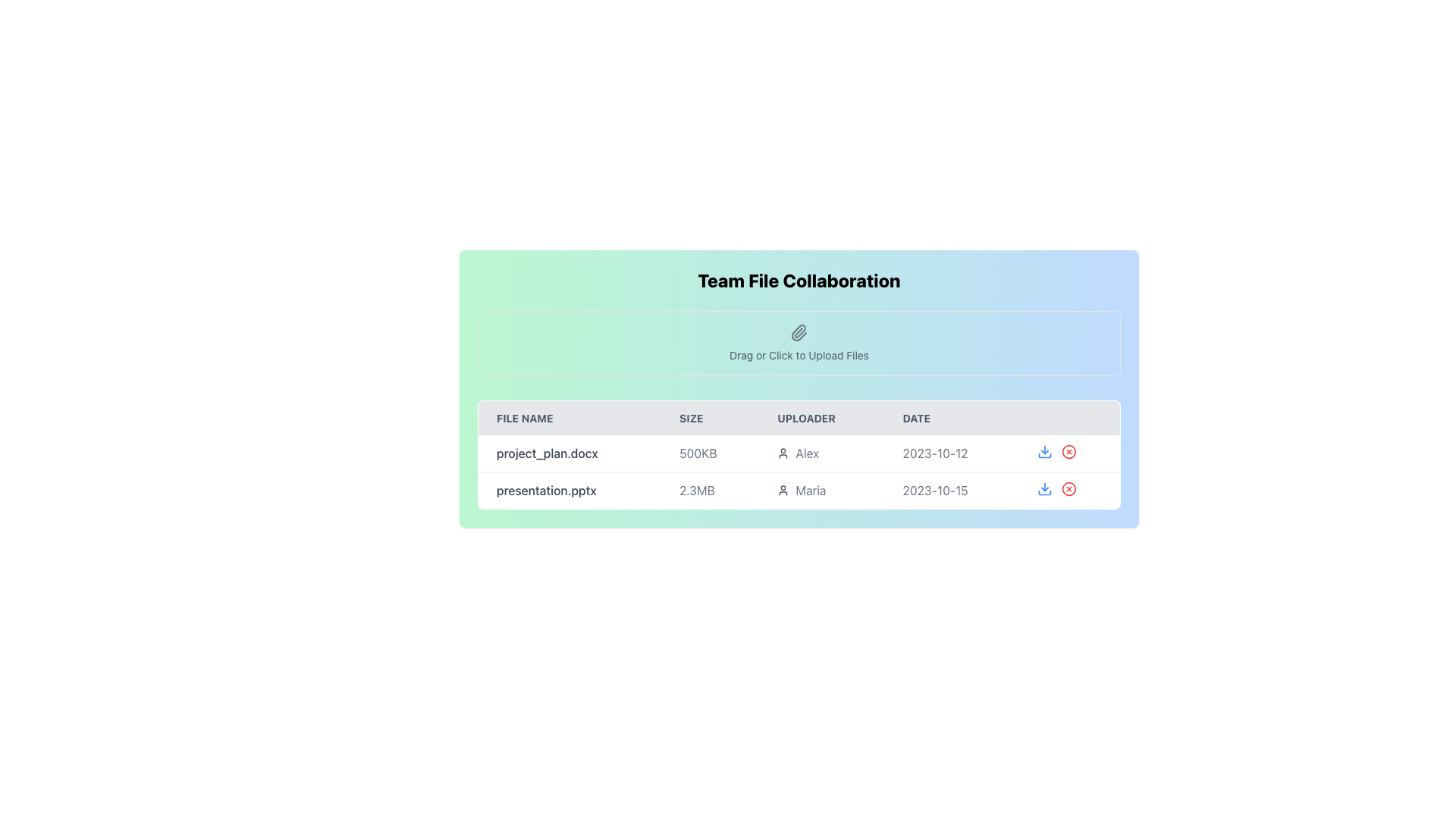  Describe the element at coordinates (951, 453) in the screenshot. I see `displayed date from the Text label in the fourth column of the first row of the table, located next to 'Alex' in the 'UPLOADER' column` at that location.